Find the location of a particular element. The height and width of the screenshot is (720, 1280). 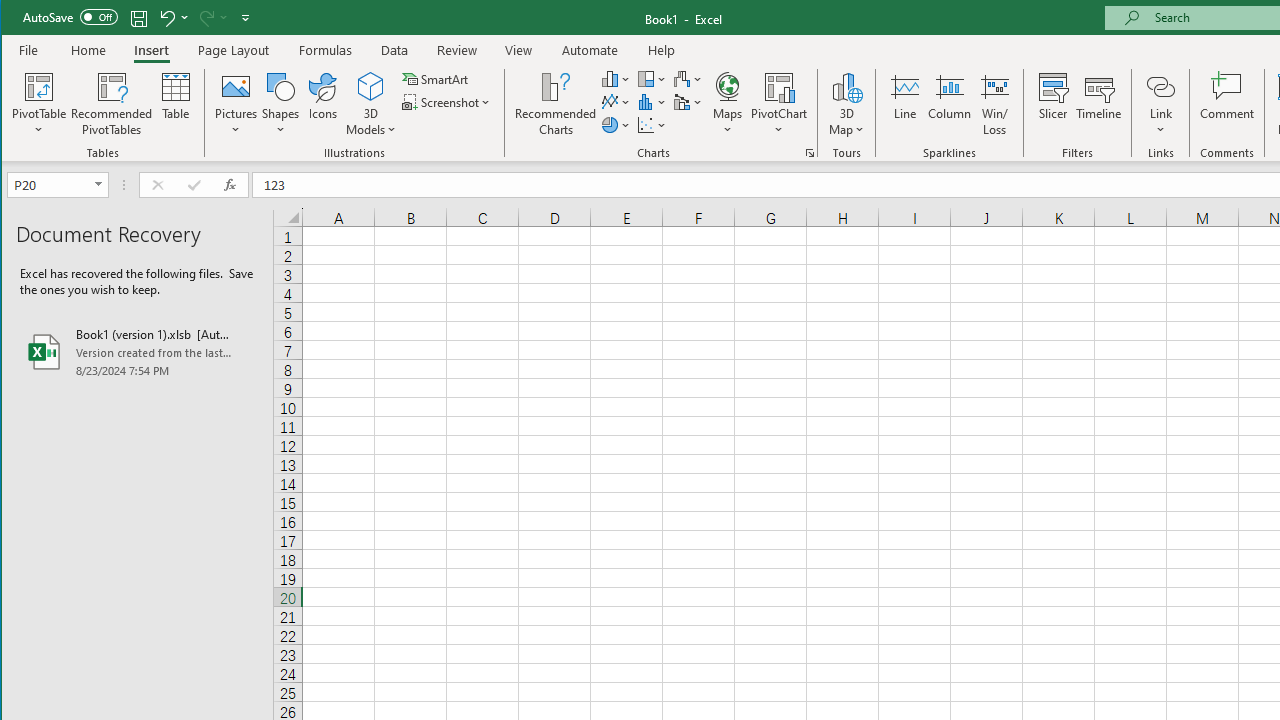

'Insert Hierarchy Chart' is located at coordinates (652, 78).